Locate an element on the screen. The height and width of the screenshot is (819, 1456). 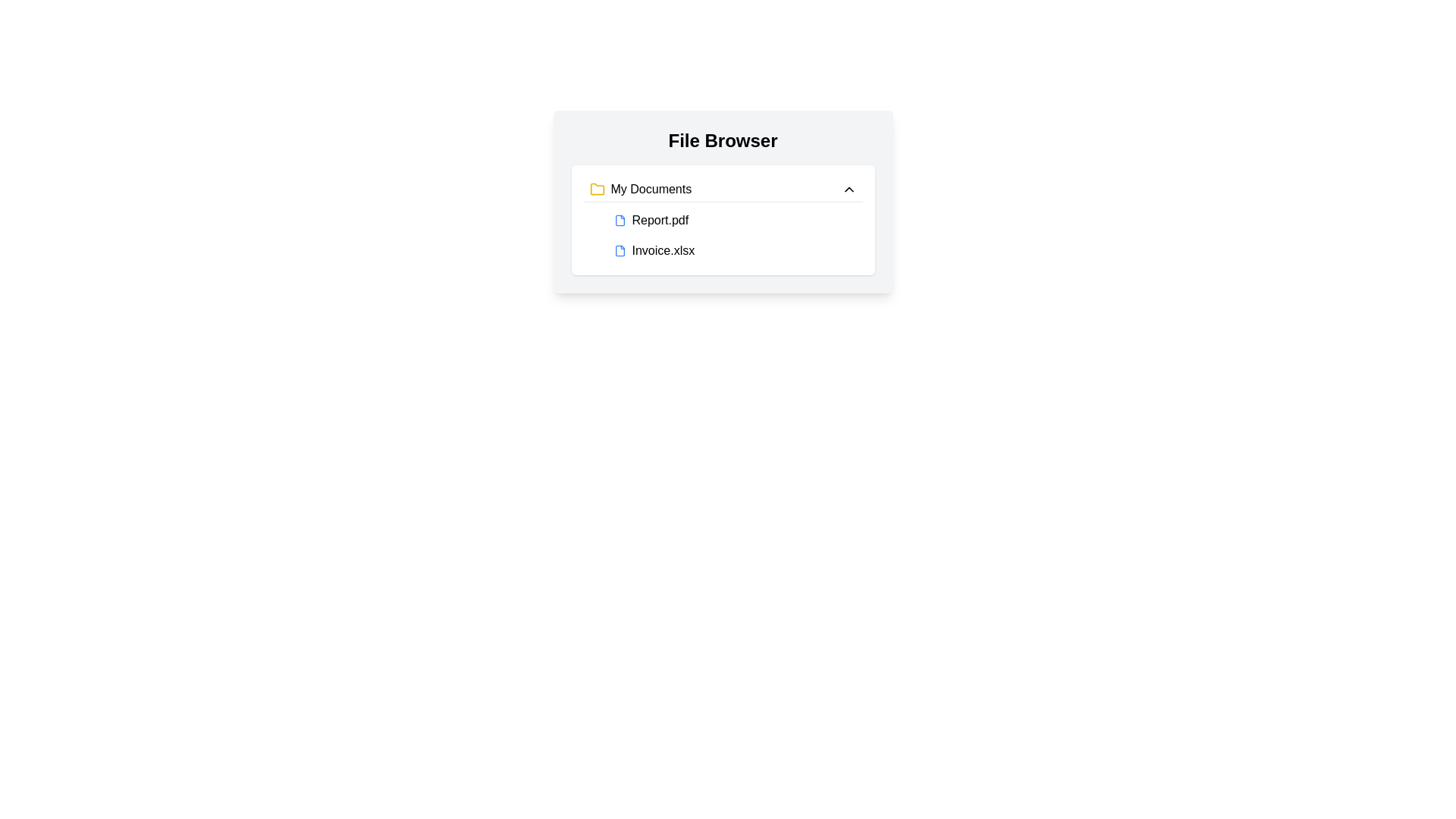
the folder header to toggle the visibility of its contents is located at coordinates (722, 189).